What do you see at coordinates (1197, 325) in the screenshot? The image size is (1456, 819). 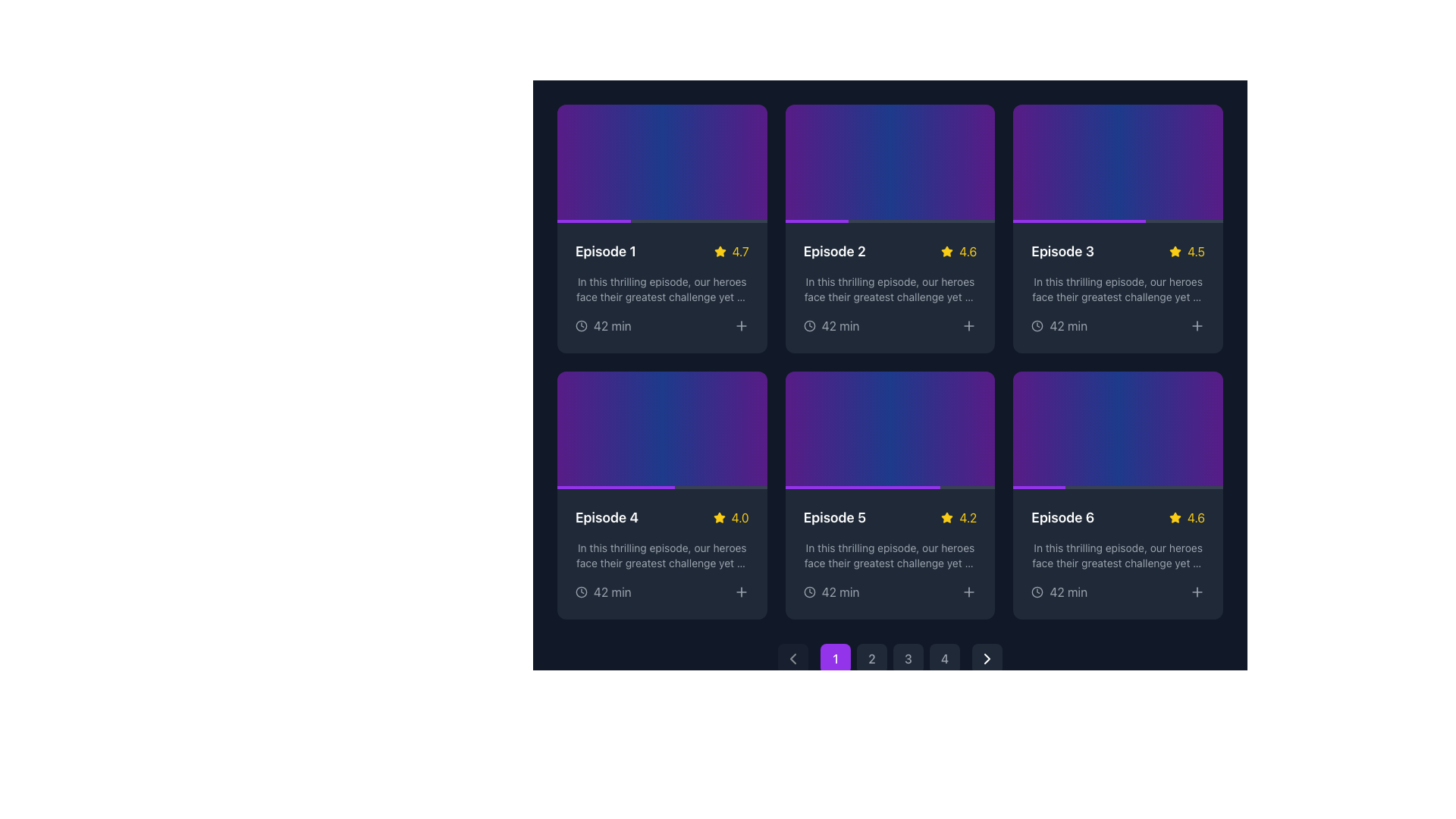 I see `the square button with a '+' icon in the bottom-right corner of the 'Episode 3' card to change its color from gray to purple` at bounding box center [1197, 325].